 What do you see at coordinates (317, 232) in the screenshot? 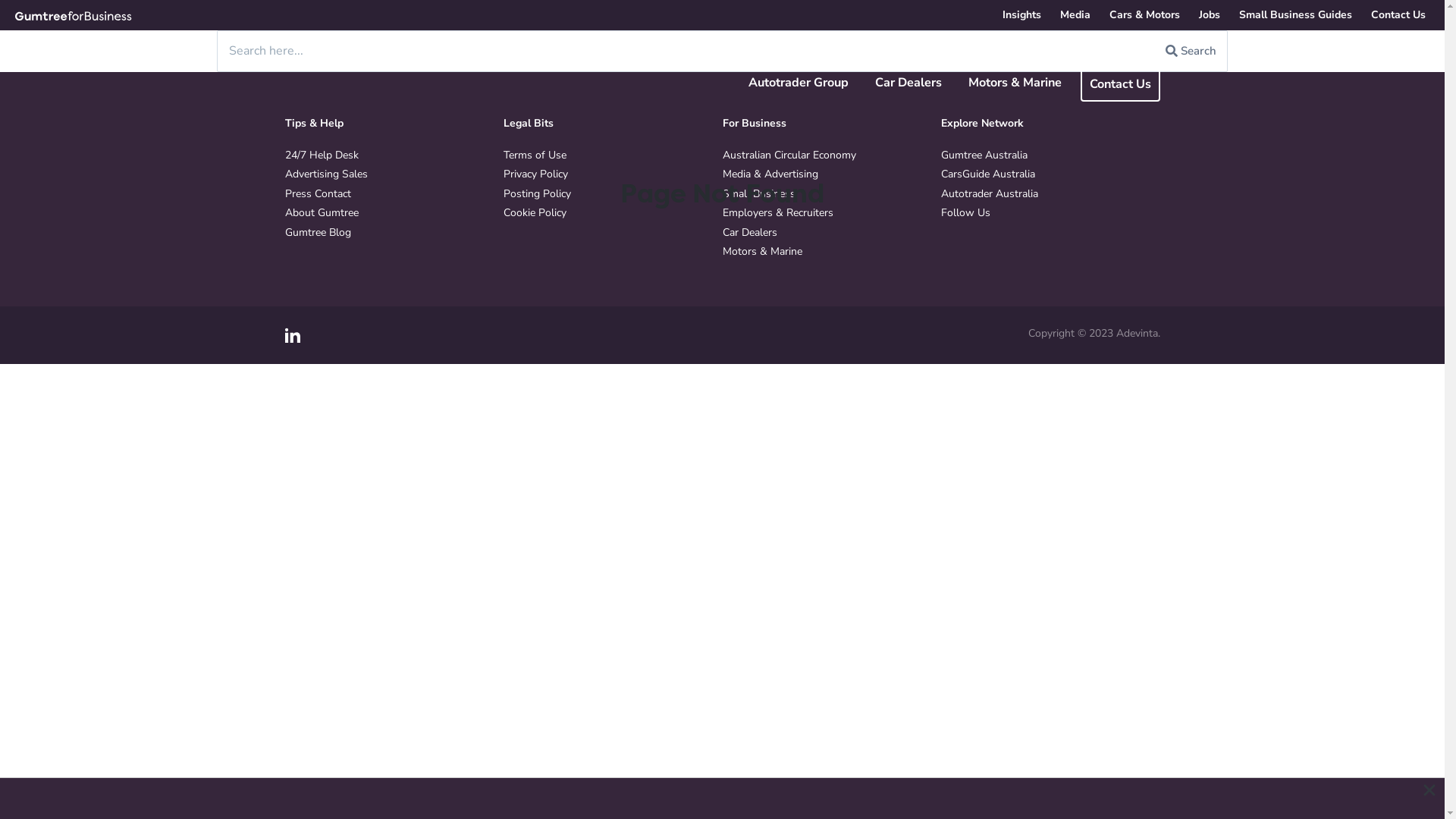
I see `'Gumtree Blog'` at bounding box center [317, 232].